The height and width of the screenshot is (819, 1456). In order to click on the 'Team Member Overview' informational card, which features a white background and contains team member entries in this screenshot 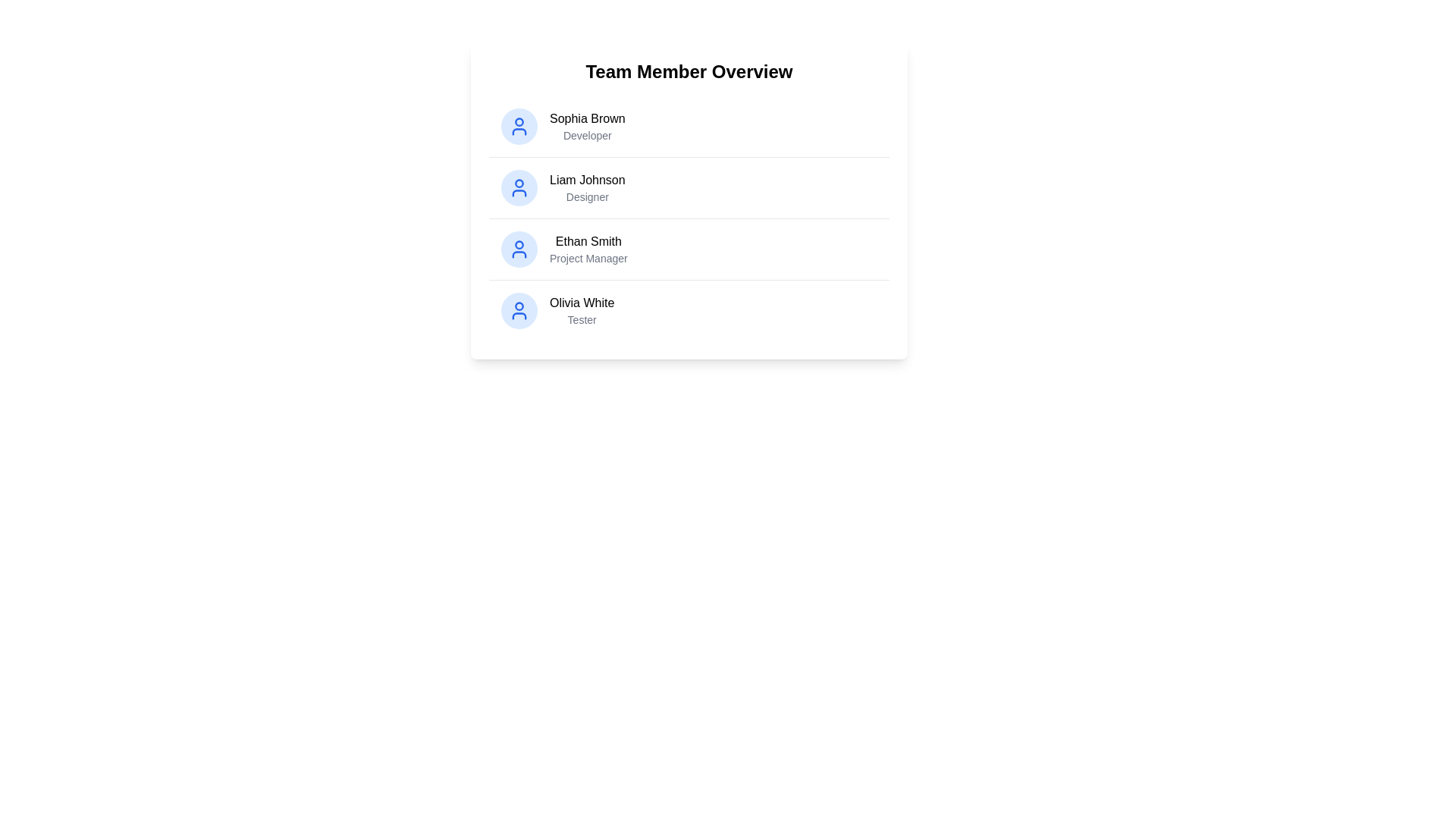, I will do `click(688, 199)`.